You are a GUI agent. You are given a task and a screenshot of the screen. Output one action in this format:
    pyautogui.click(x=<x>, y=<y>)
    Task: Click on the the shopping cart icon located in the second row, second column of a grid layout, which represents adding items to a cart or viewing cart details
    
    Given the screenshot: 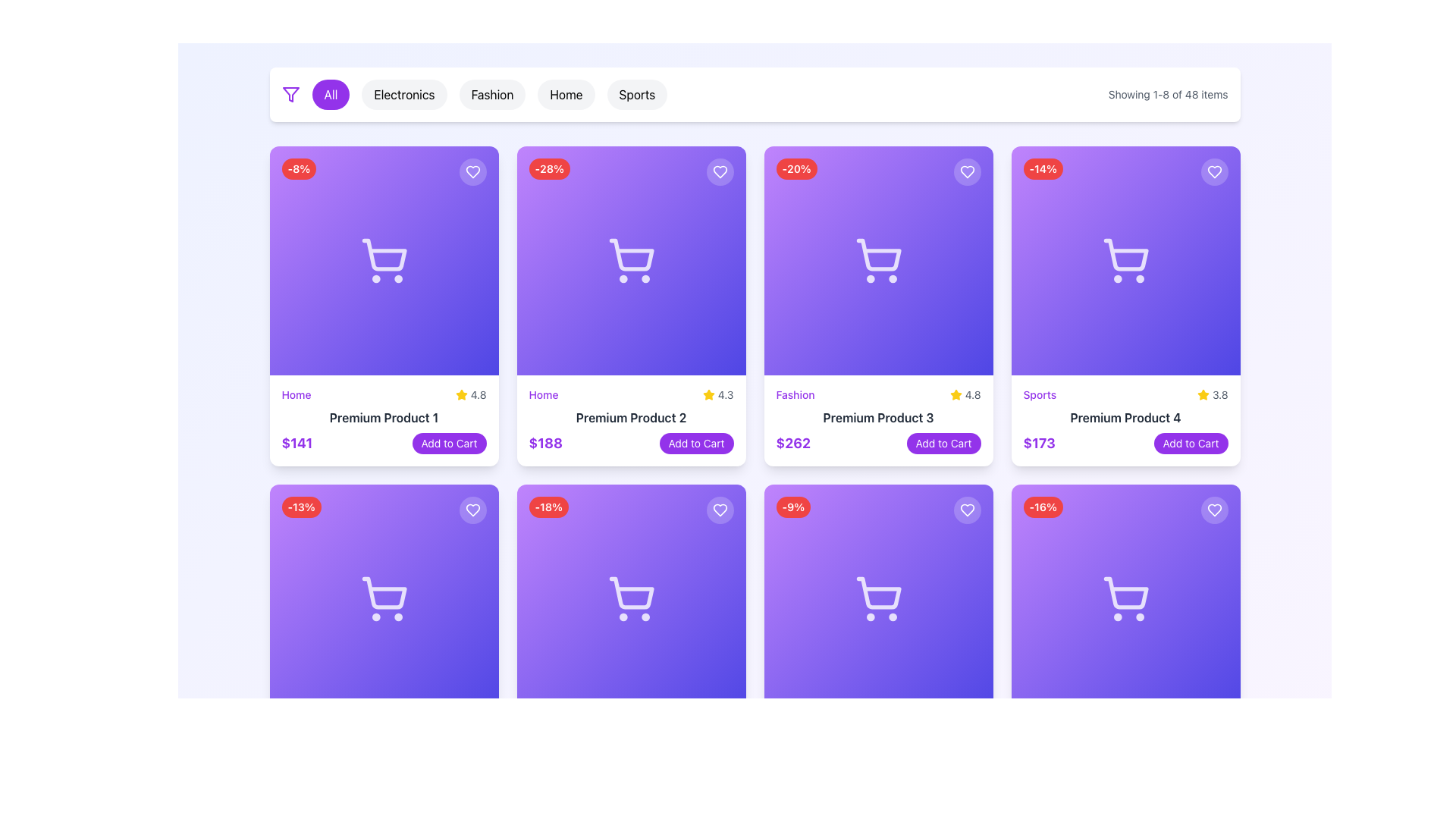 What is the action you would take?
    pyautogui.click(x=631, y=598)
    